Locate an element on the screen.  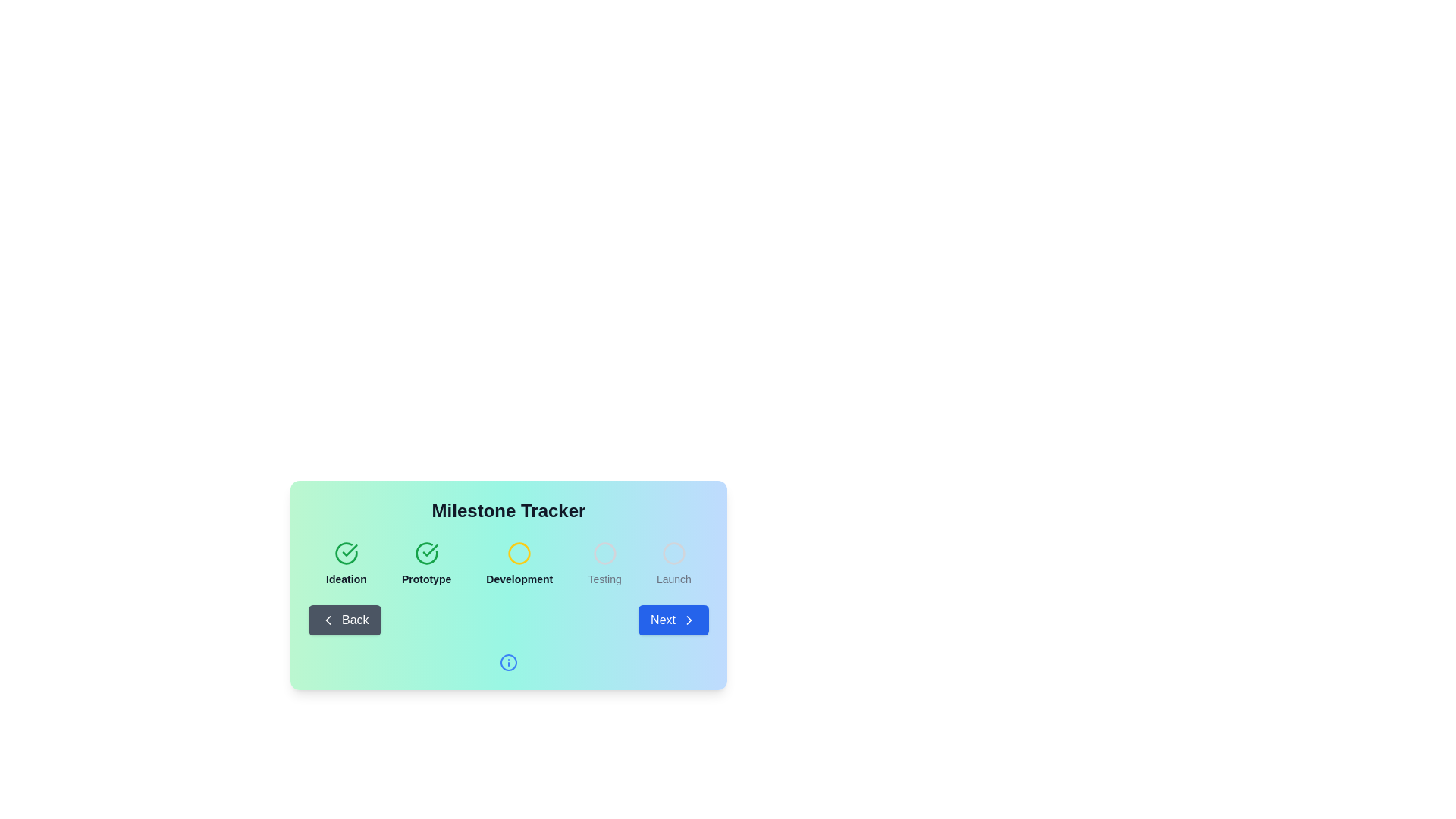
the Icon (Information) located centrally at the bottom of the highlighted interface is located at coordinates (509, 662).